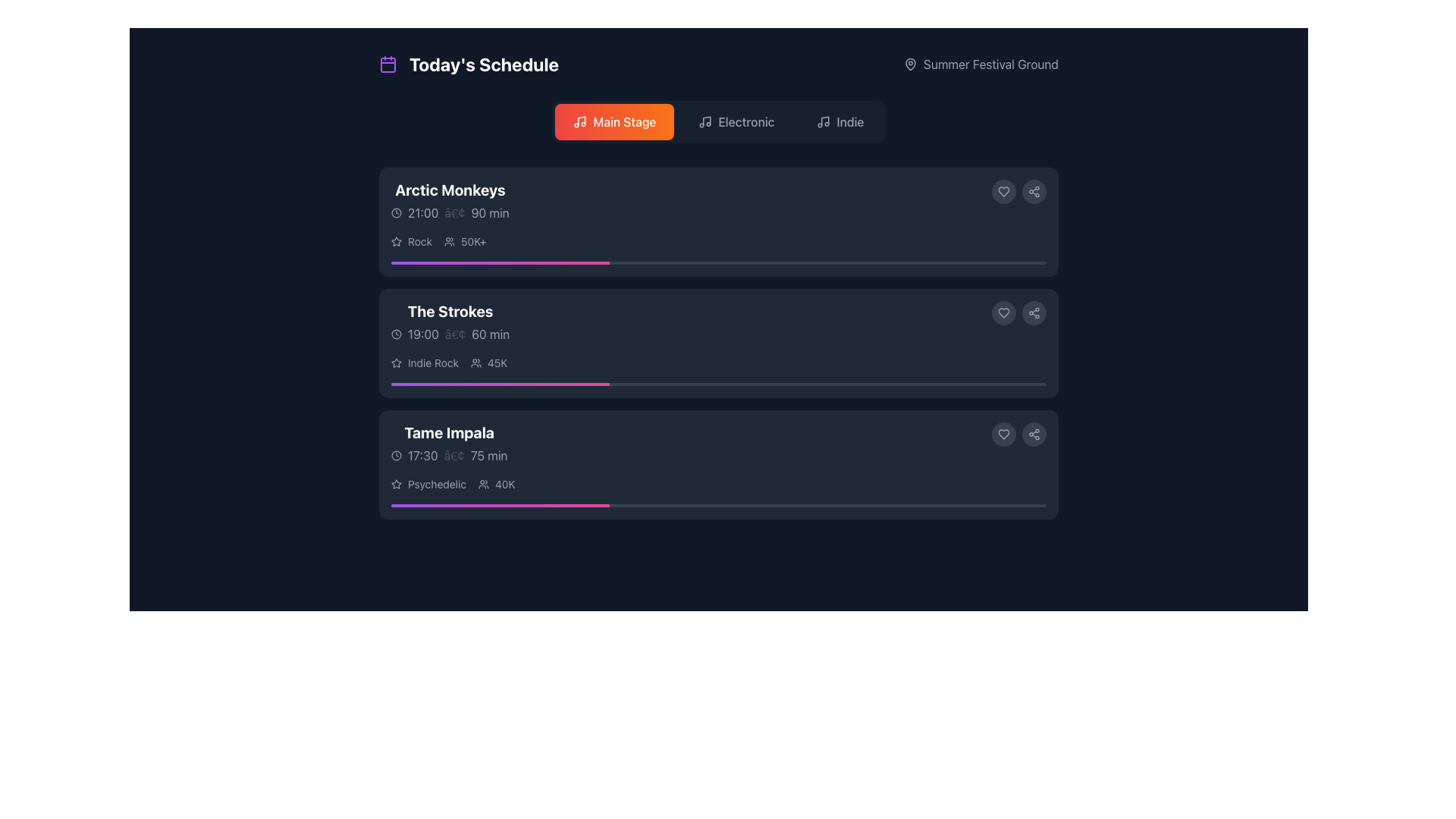 The width and height of the screenshot is (1456, 819). I want to click on the decorative bullet element located between the time text ('21:00') and duration text ('90 min') in the event schedule layout, so click(454, 213).